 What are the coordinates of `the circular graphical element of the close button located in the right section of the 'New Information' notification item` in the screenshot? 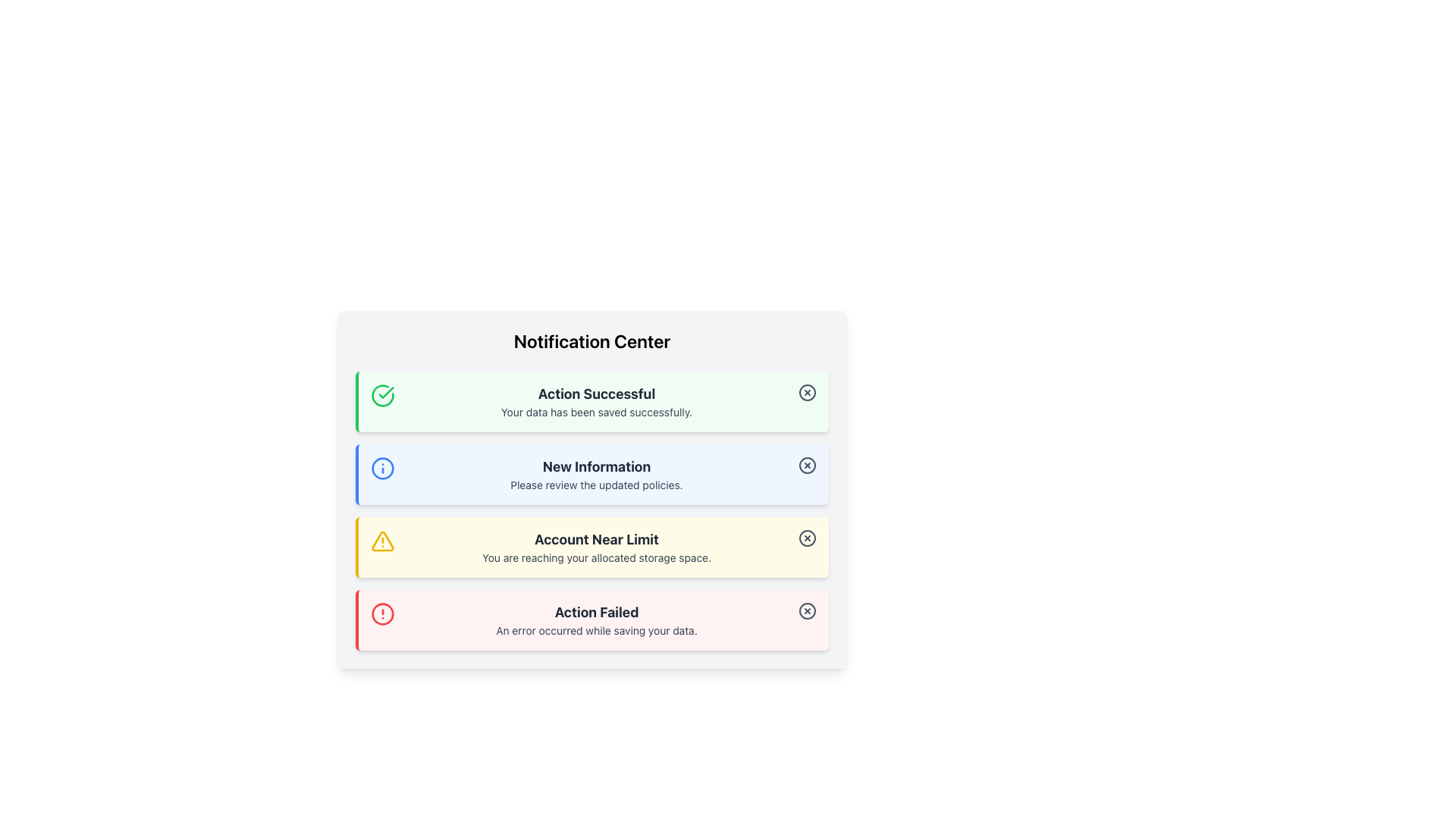 It's located at (807, 464).